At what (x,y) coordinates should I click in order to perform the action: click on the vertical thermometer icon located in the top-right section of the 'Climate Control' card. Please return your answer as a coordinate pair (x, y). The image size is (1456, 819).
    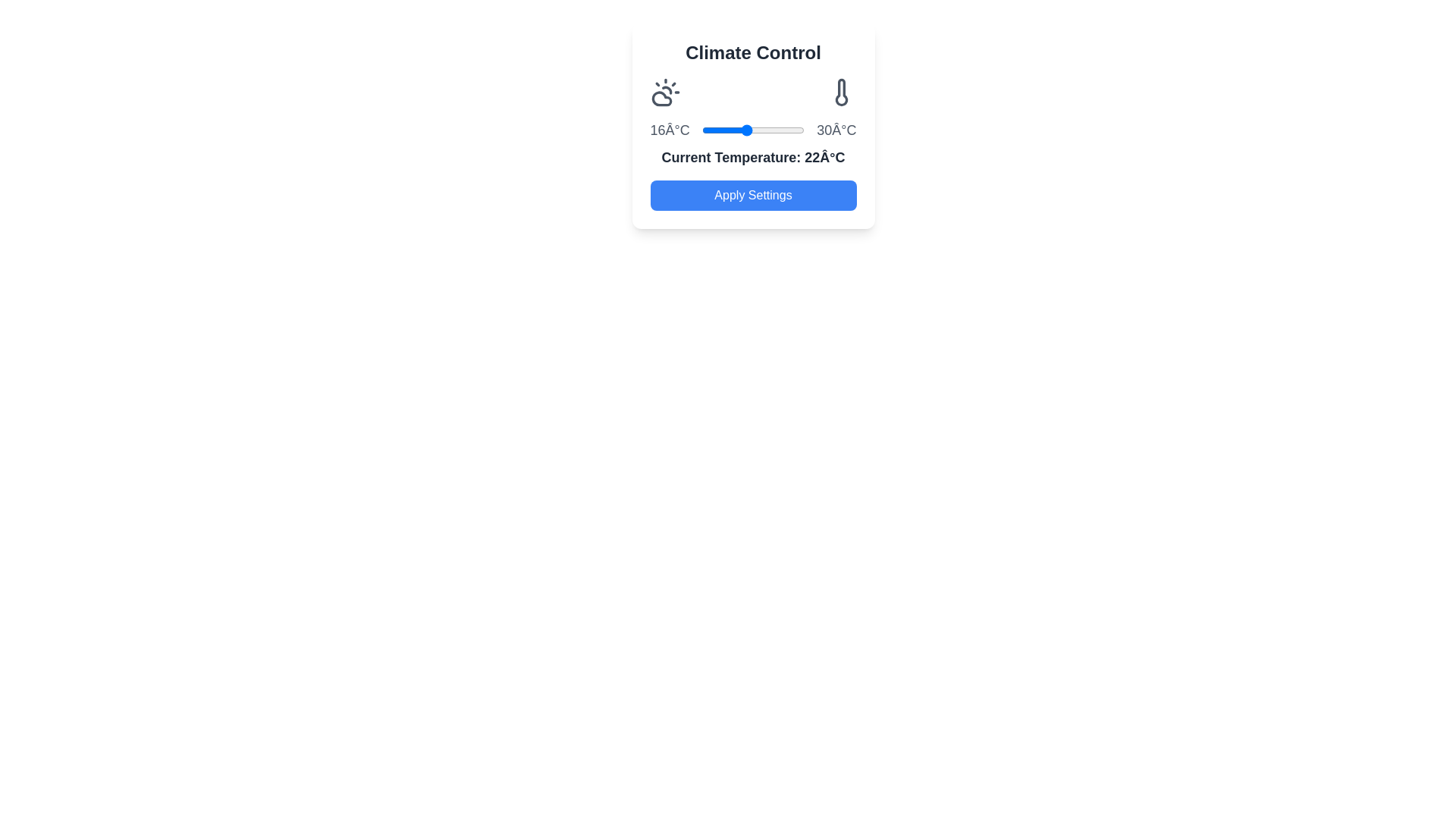
    Looking at the image, I should click on (840, 93).